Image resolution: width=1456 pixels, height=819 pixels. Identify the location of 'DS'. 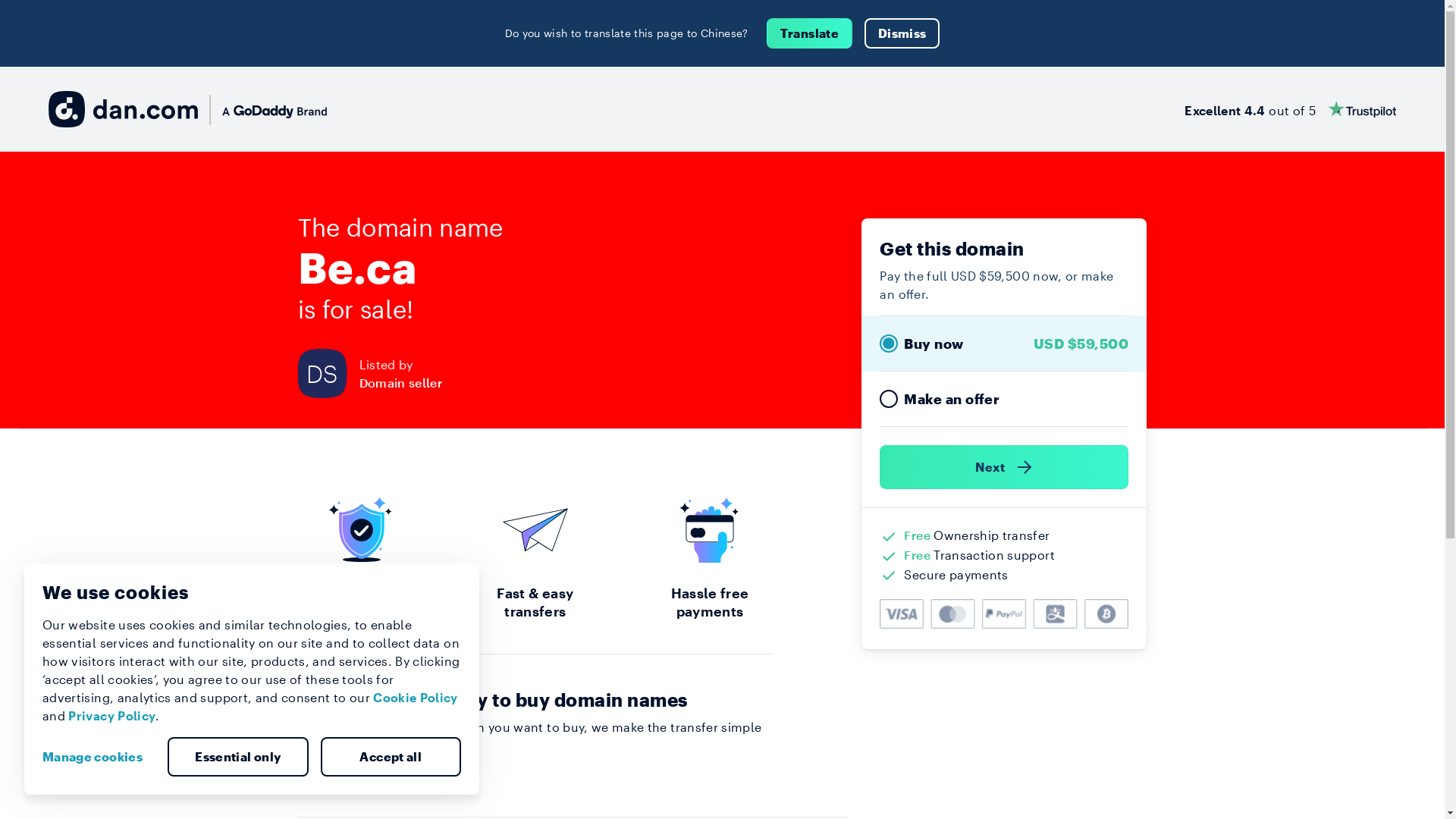
(327, 373).